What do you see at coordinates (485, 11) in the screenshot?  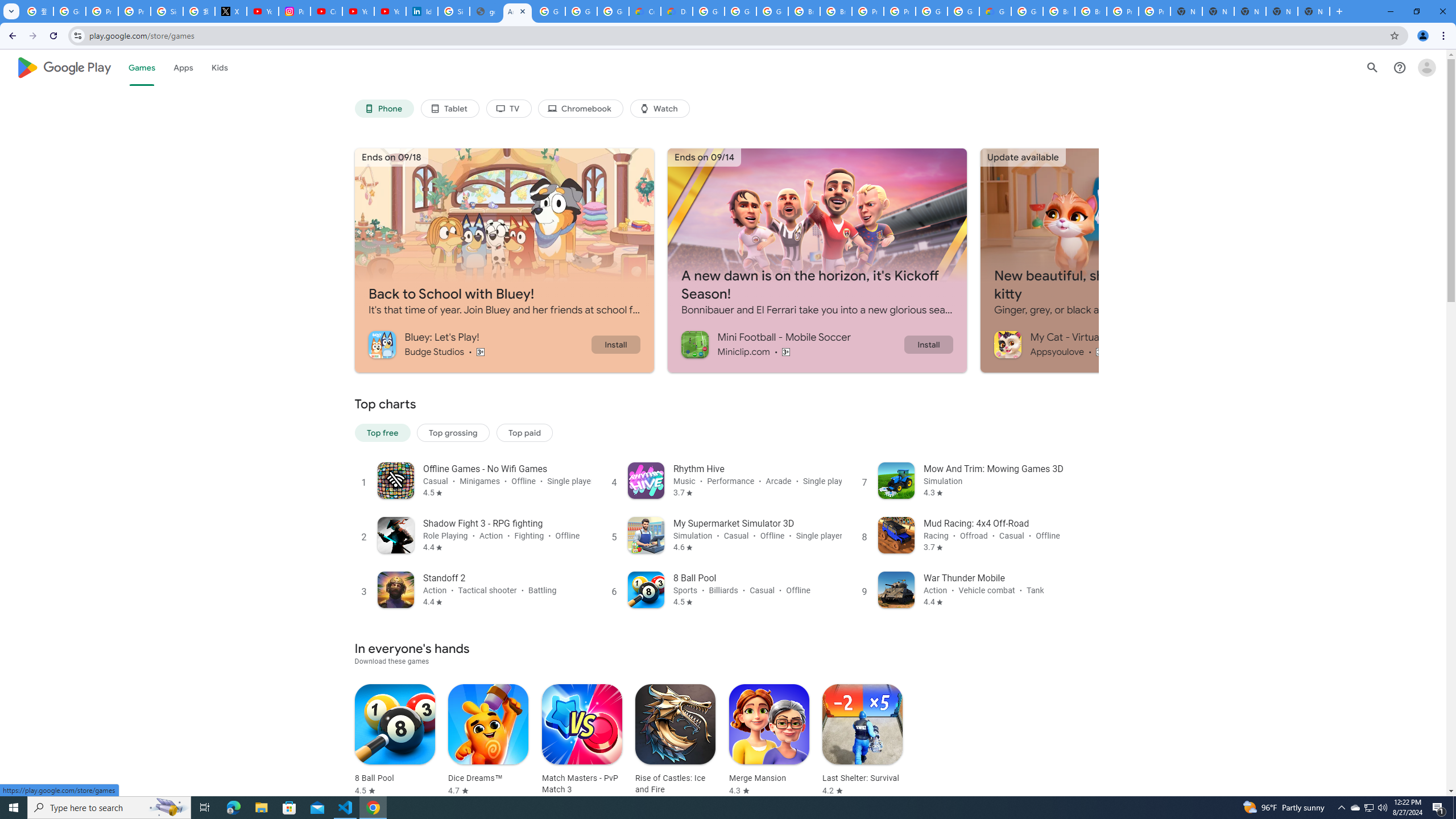 I see `'google_privacy_policy_en.pdf'` at bounding box center [485, 11].